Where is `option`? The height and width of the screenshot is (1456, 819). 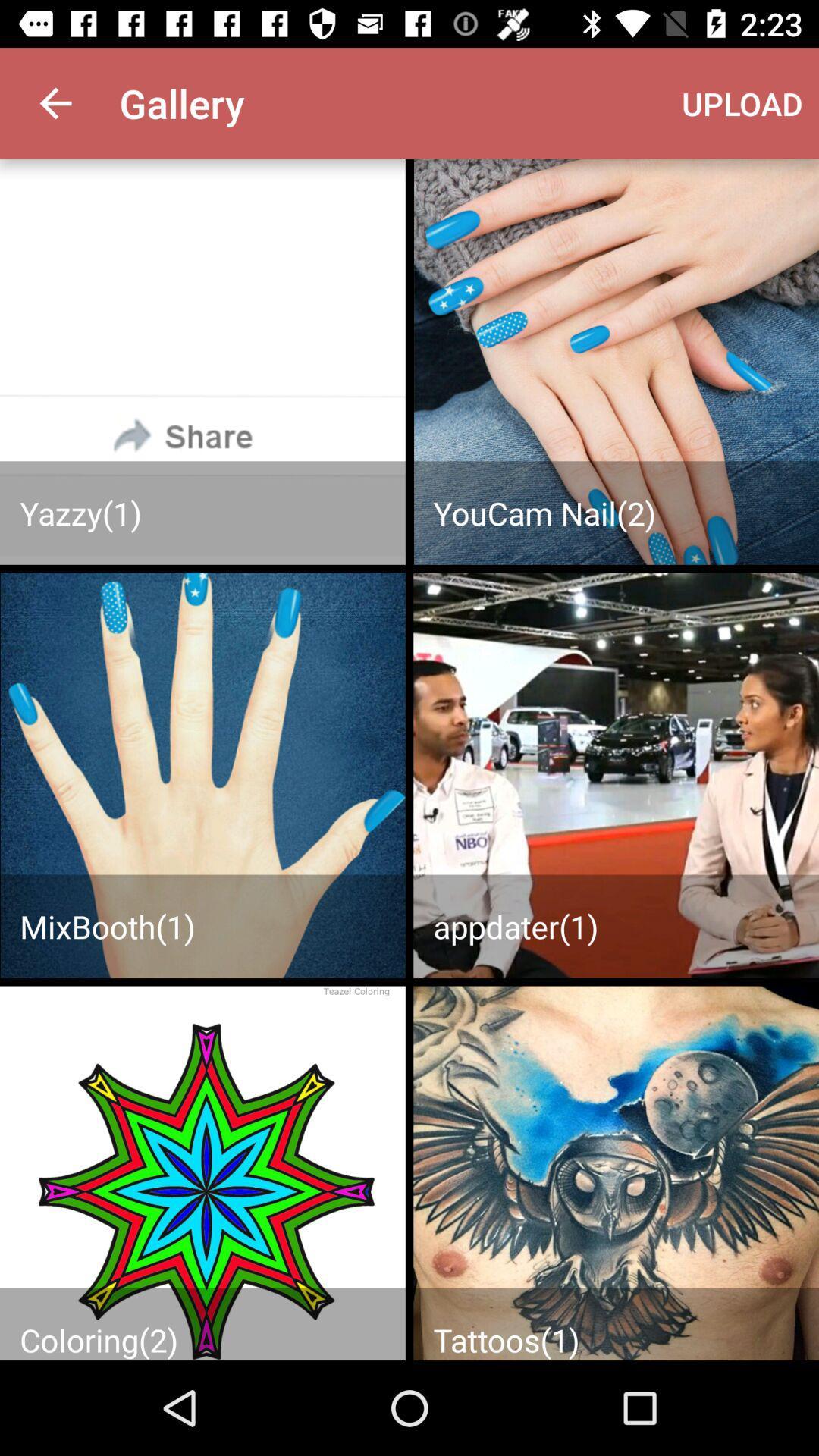 option is located at coordinates (202, 1172).